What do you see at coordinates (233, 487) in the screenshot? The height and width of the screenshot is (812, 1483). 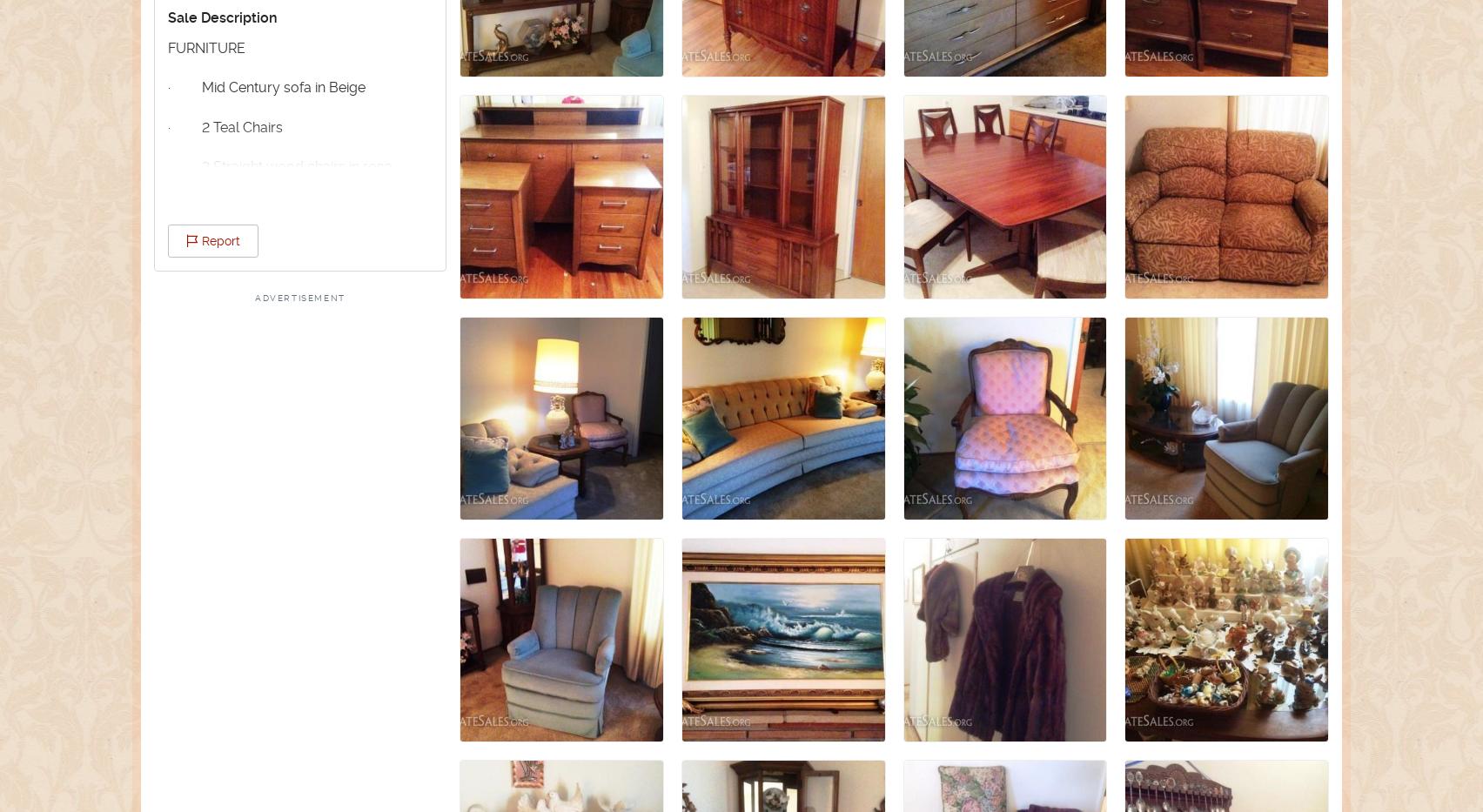 I see `'·         Matching hutch'` at bounding box center [233, 487].